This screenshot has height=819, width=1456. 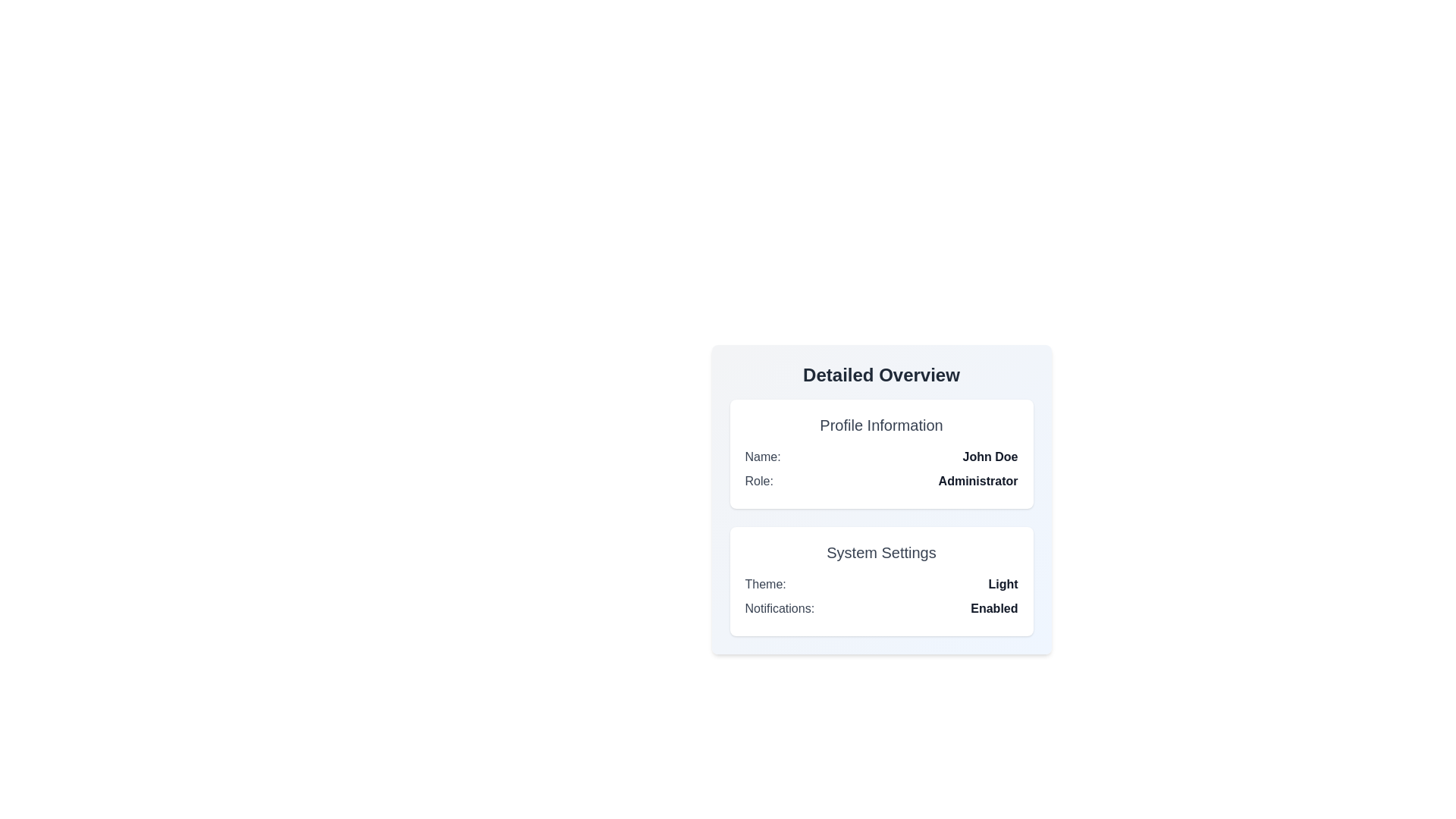 I want to click on displayed content of the Information box, which summarizes user profile information including the user's name and role, located near the top-center of the layout section titled 'Detailed Overview', so click(x=881, y=453).